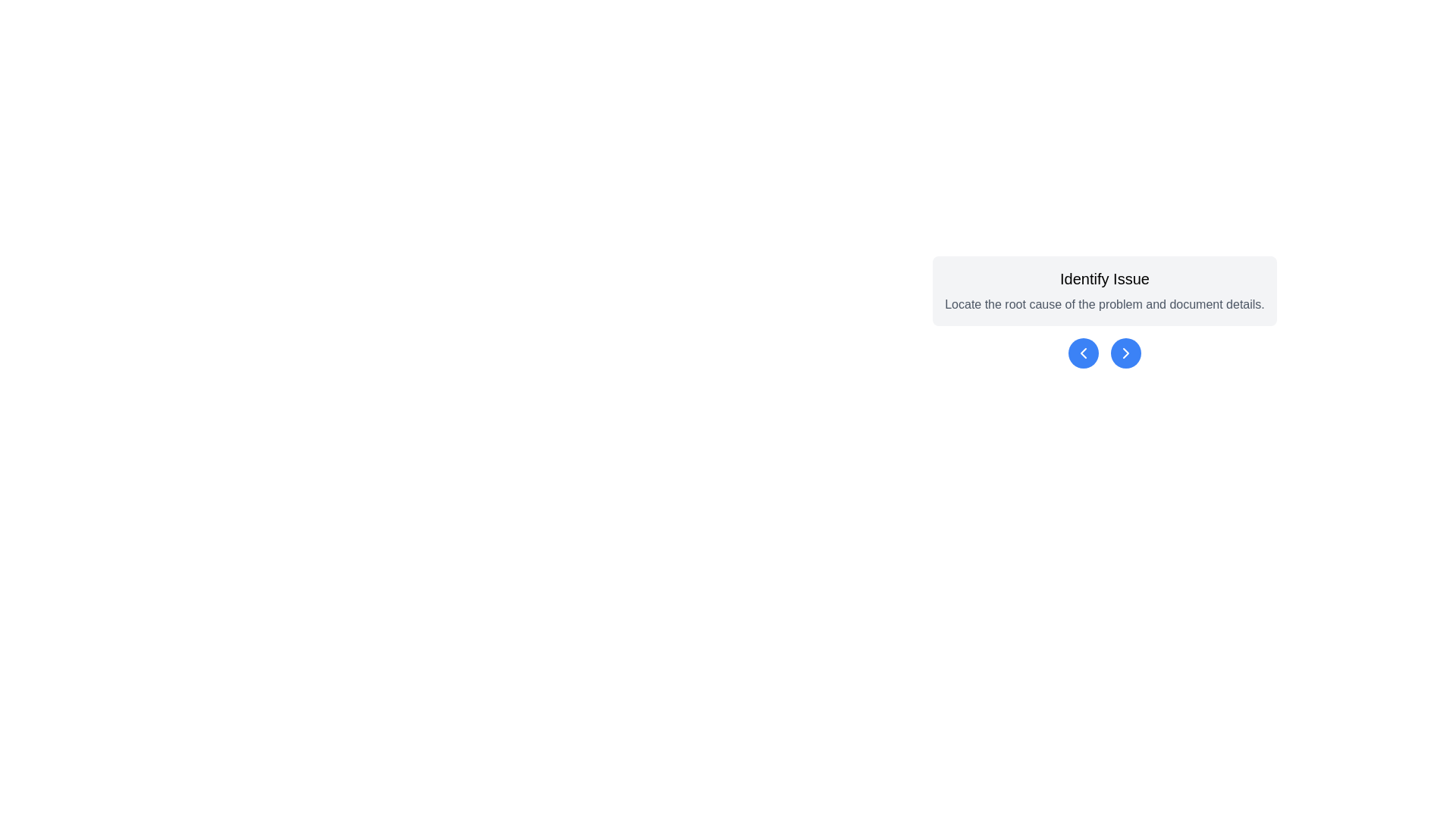 Image resolution: width=1456 pixels, height=819 pixels. What do you see at coordinates (1125, 353) in the screenshot?
I see `the chevron icon located within the rightmost navigation button below the text 'Identify Issue'` at bounding box center [1125, 353].